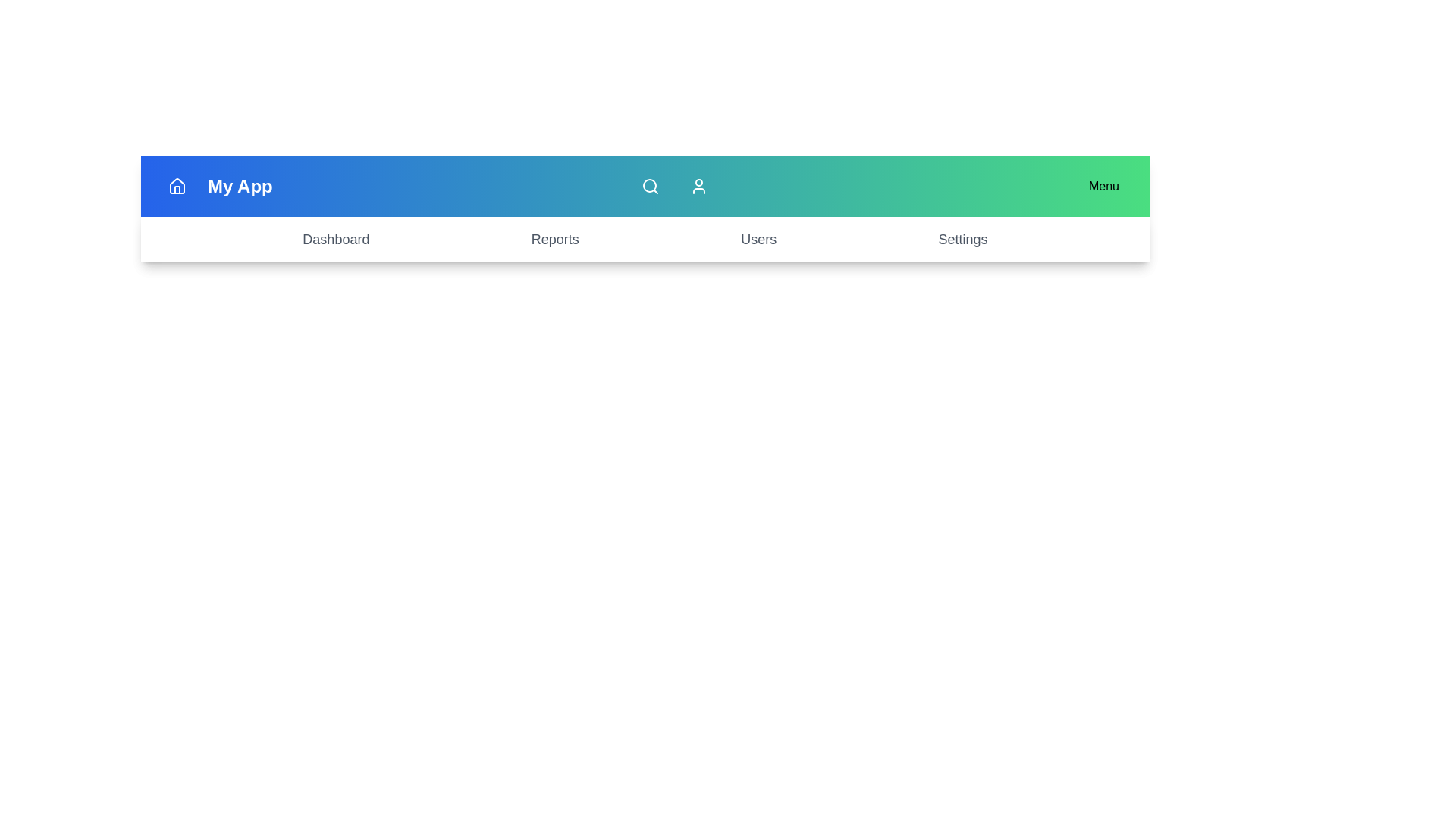  I want to click on the 'Menu' button to toggle the additional menu, so click(1103, 186).